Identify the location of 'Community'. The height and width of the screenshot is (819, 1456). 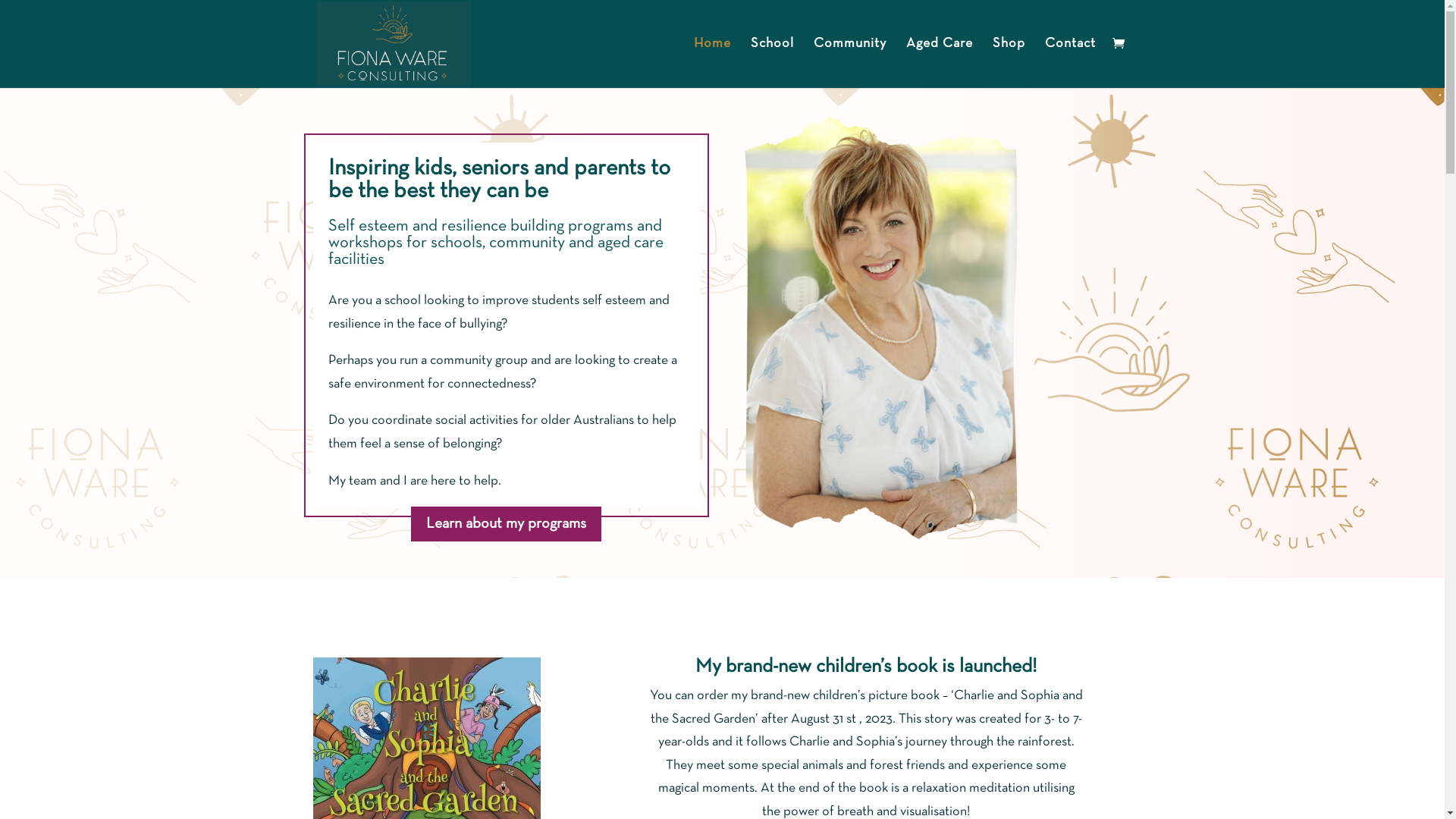
(848, 62).